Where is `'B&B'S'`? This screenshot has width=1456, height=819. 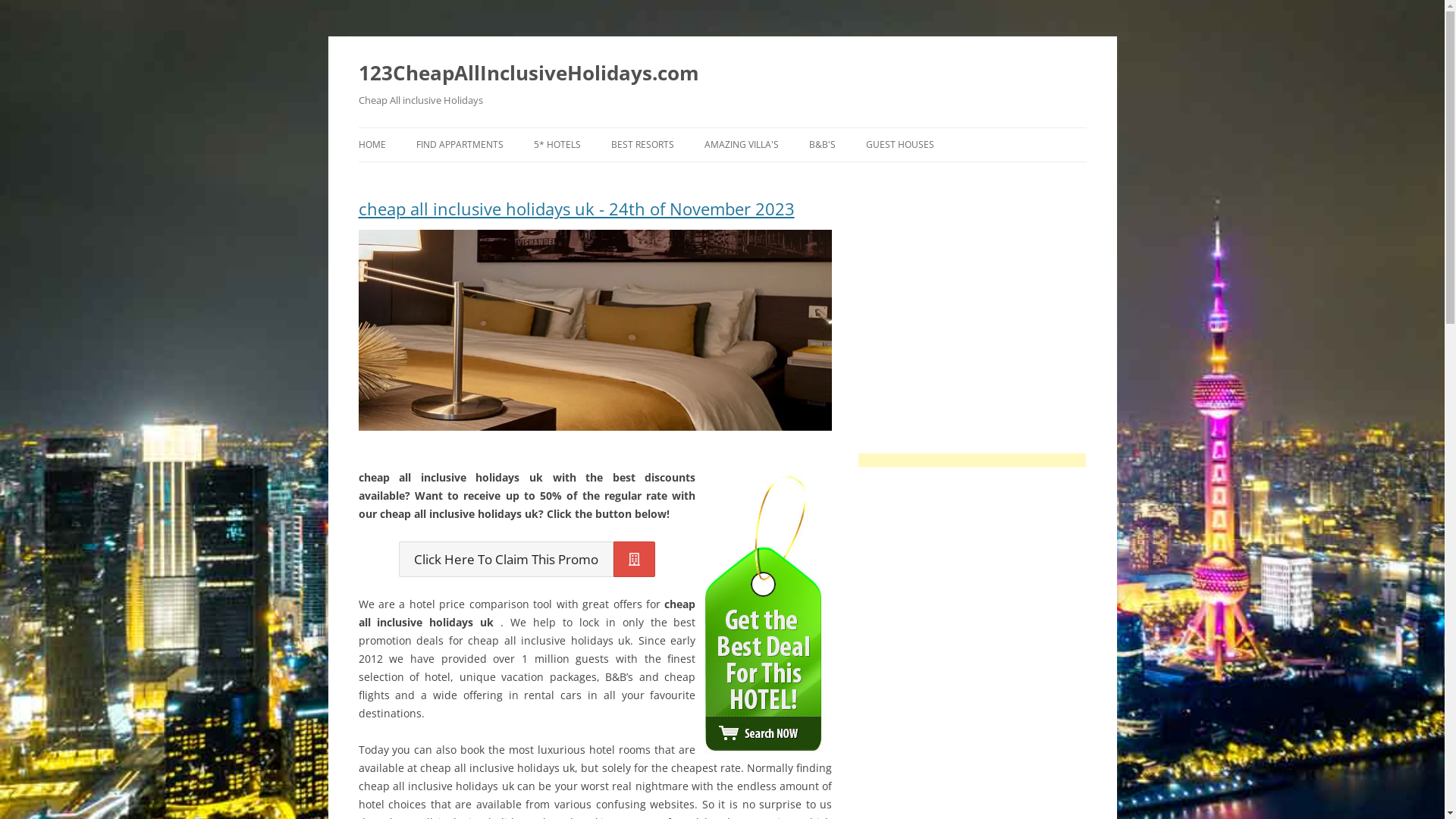 'B&B'S' is located at coordinates (821, 145).